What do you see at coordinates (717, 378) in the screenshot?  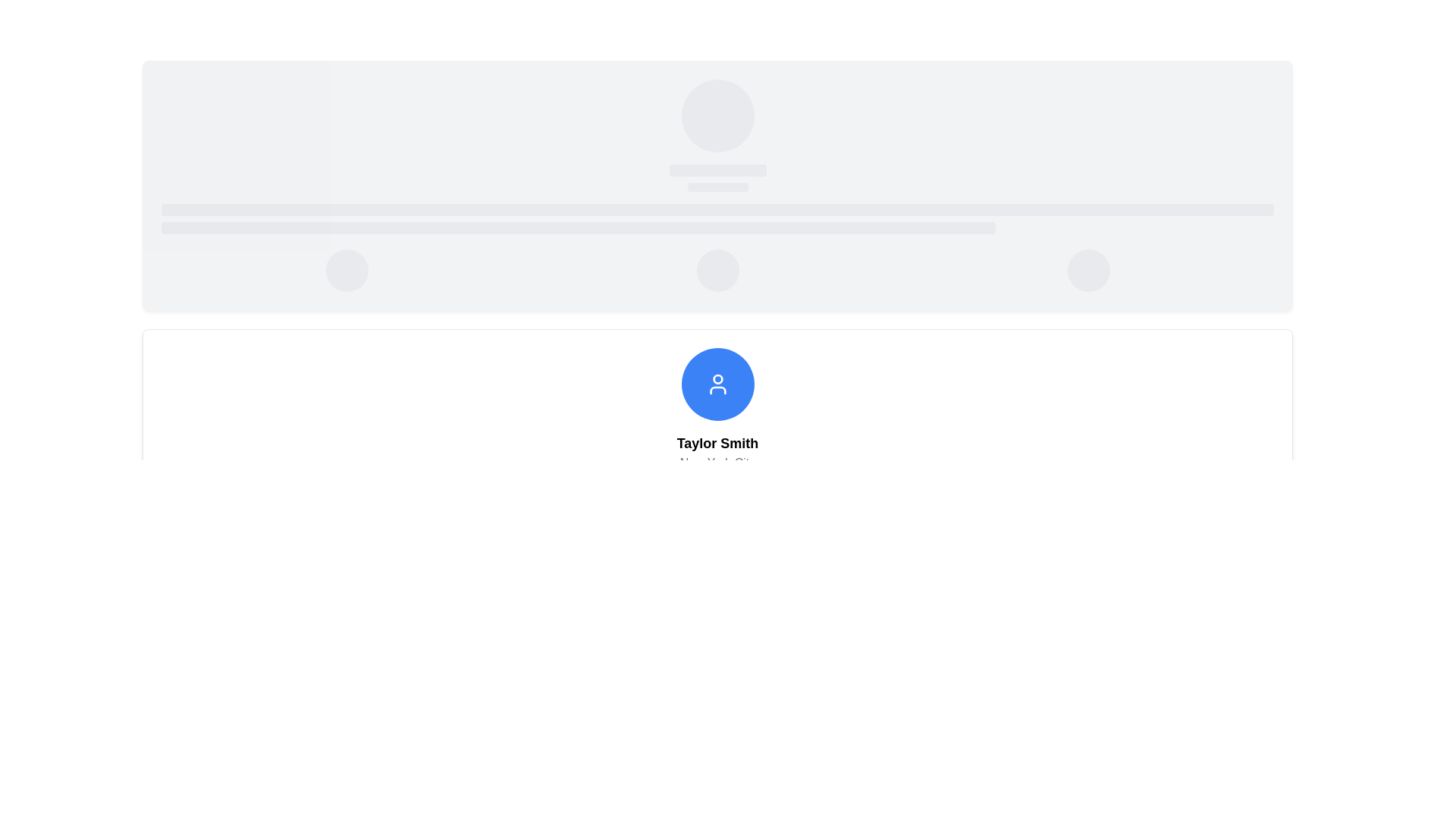 I see `upper circular component of the SVG user icon graphic, which represents the user's head` at bounding box center [717, 378].